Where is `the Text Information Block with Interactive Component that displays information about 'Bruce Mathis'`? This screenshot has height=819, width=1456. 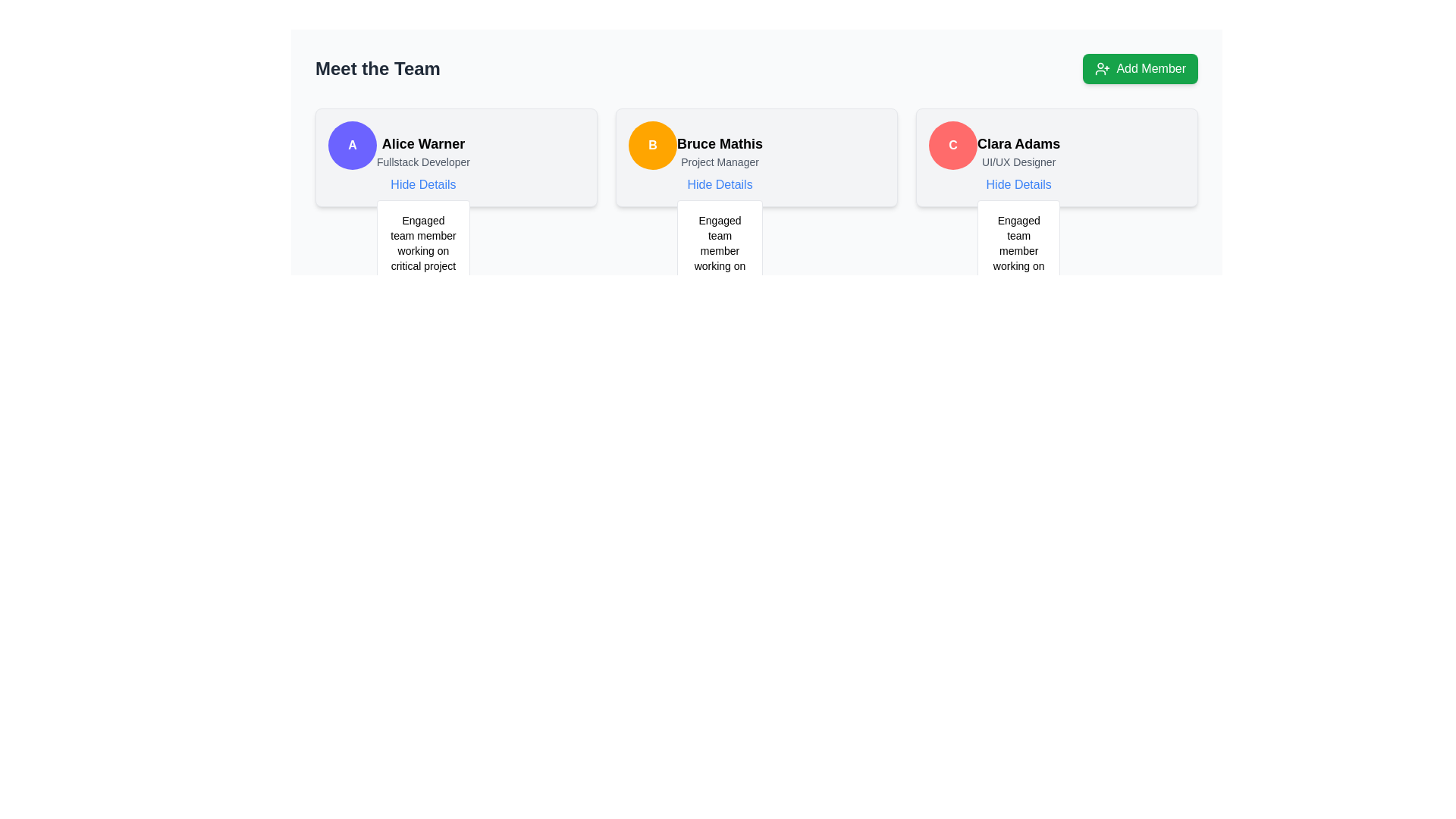 the Text Information Block with Interactive Component that displays information about 'Bruce Mathis' is located at coordinates (719, 164).